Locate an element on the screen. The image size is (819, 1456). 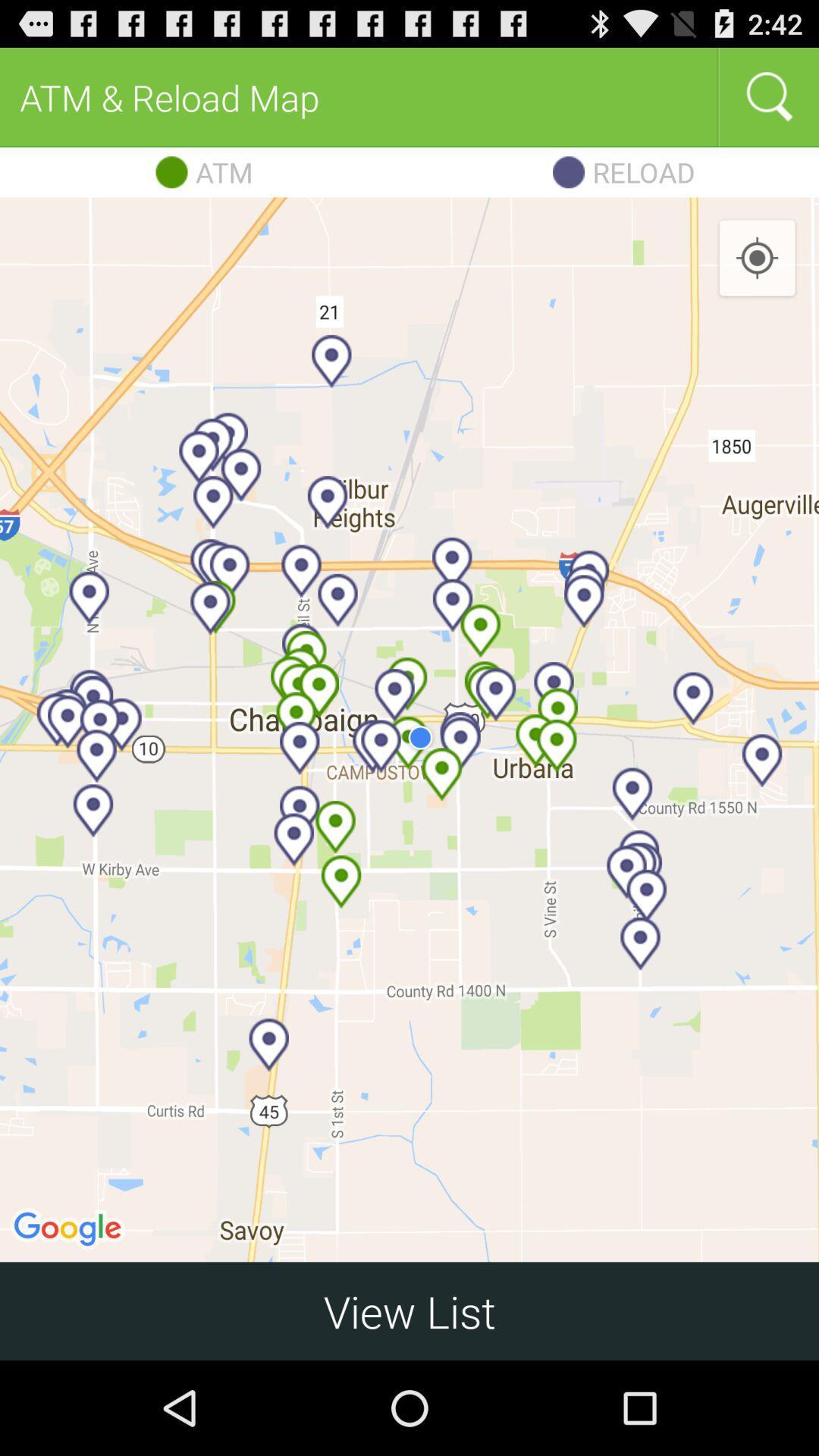
view list is located at coordinates (409, 1310).